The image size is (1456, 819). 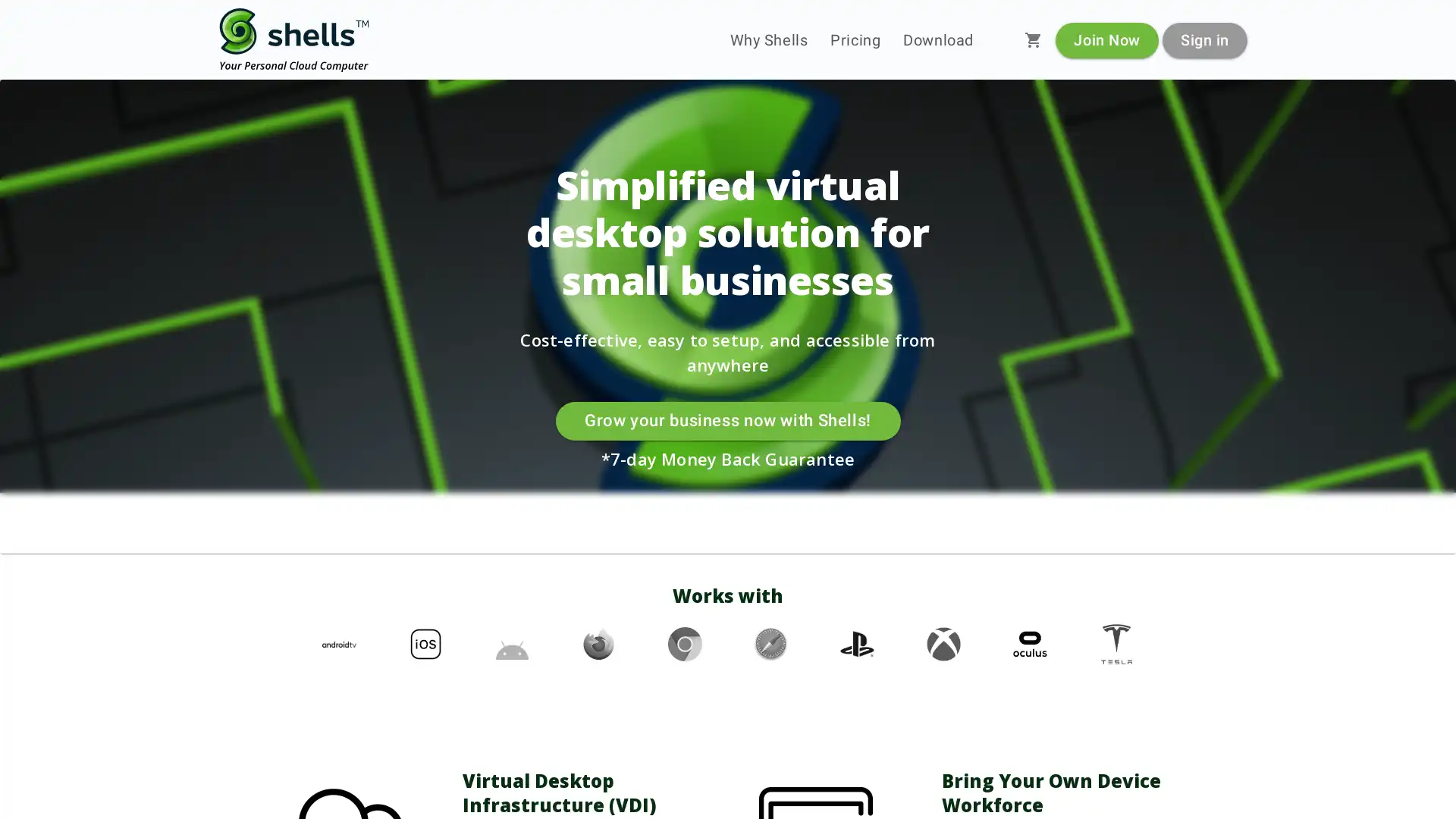 What do you see at coordinates (937, 39) in the screenshot?
I see `Download` at bounding box center [937, 39].